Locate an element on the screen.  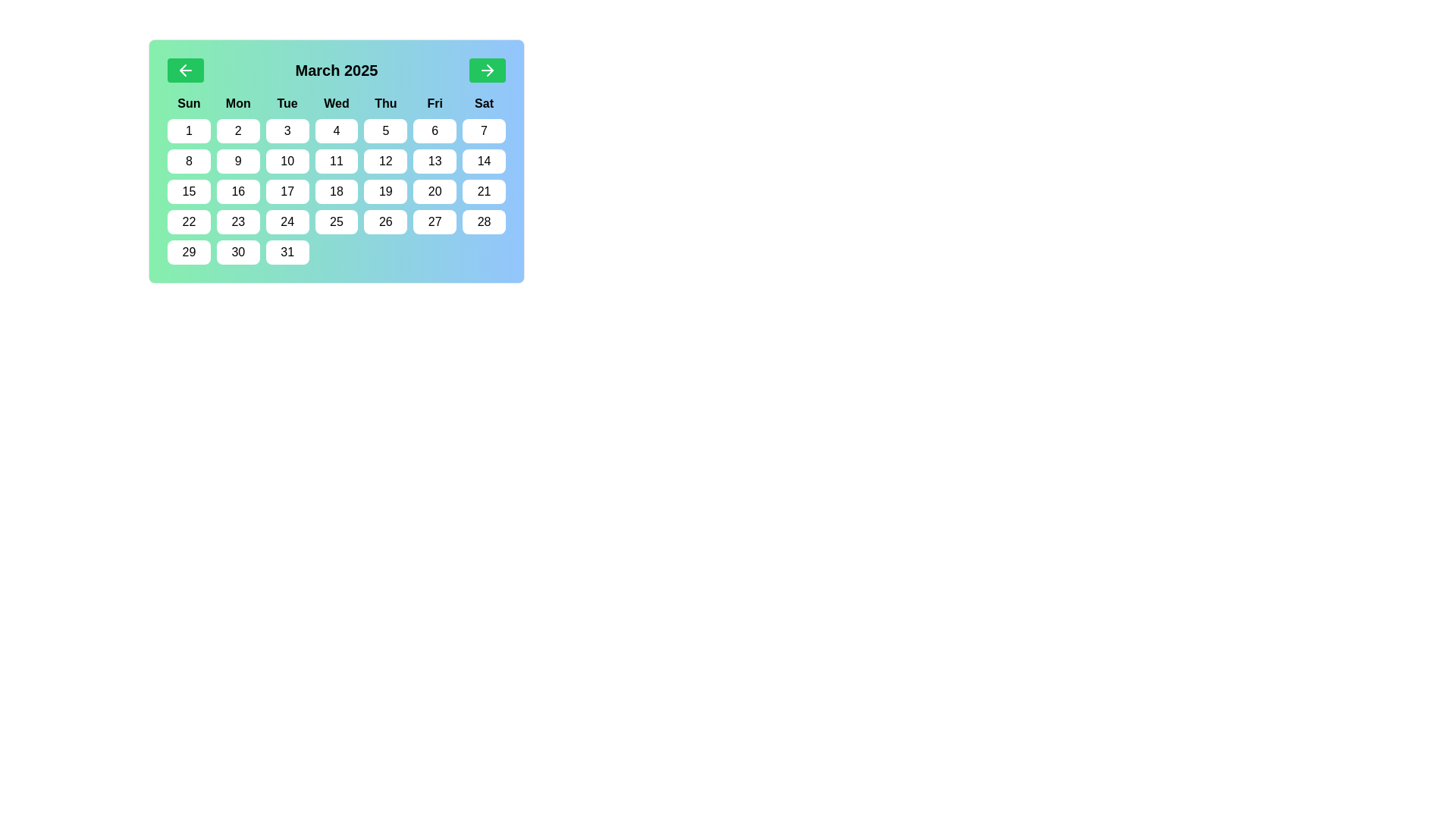
the calendar date button representing the date '15', located under the 'Sun' column is located at coordinates (188, 191).